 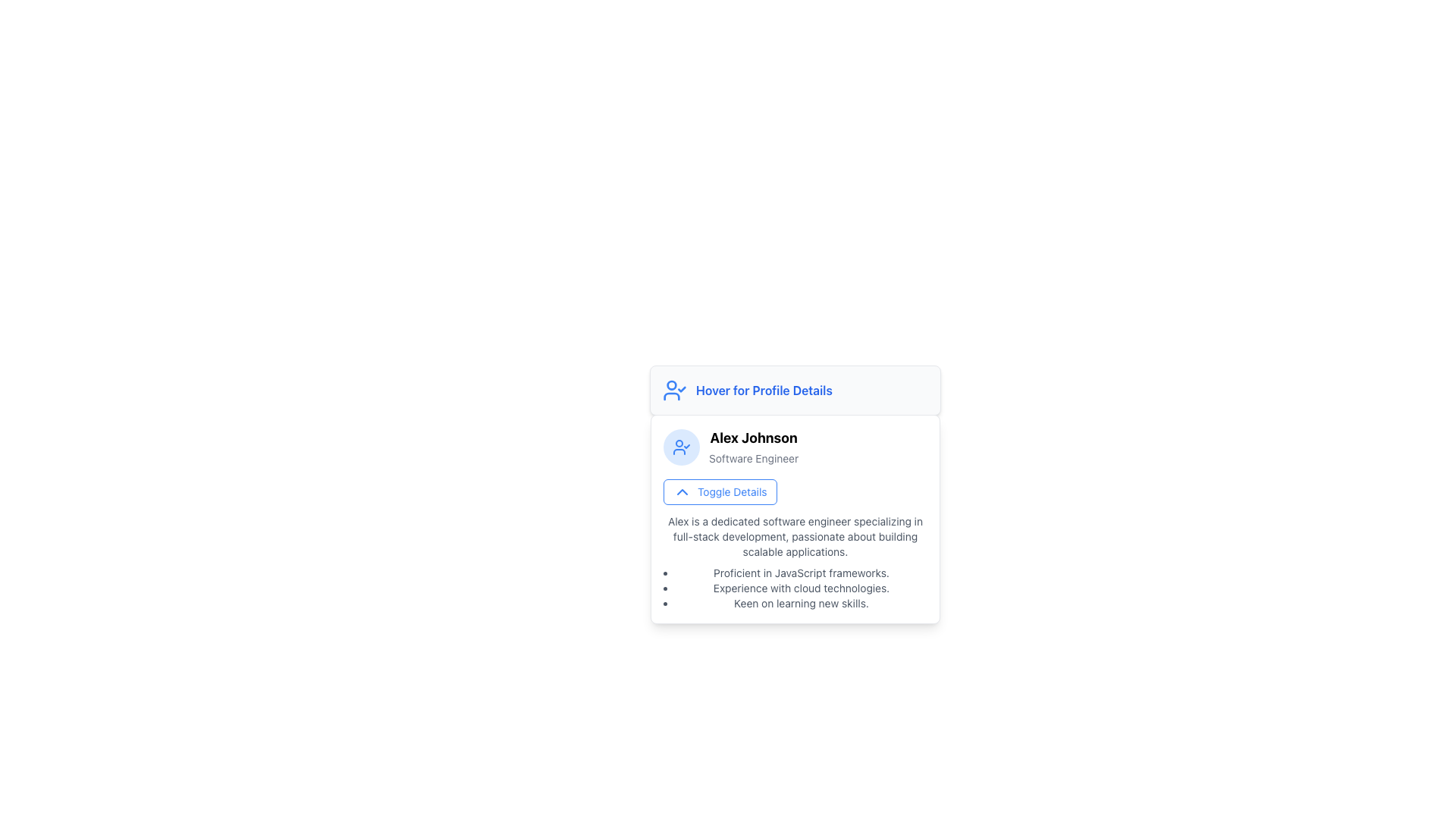 I want to click on the profile verification icon located to the left of the text 'Alex Johnson', which indicates the account's verified status, so click(x=680, y=447).